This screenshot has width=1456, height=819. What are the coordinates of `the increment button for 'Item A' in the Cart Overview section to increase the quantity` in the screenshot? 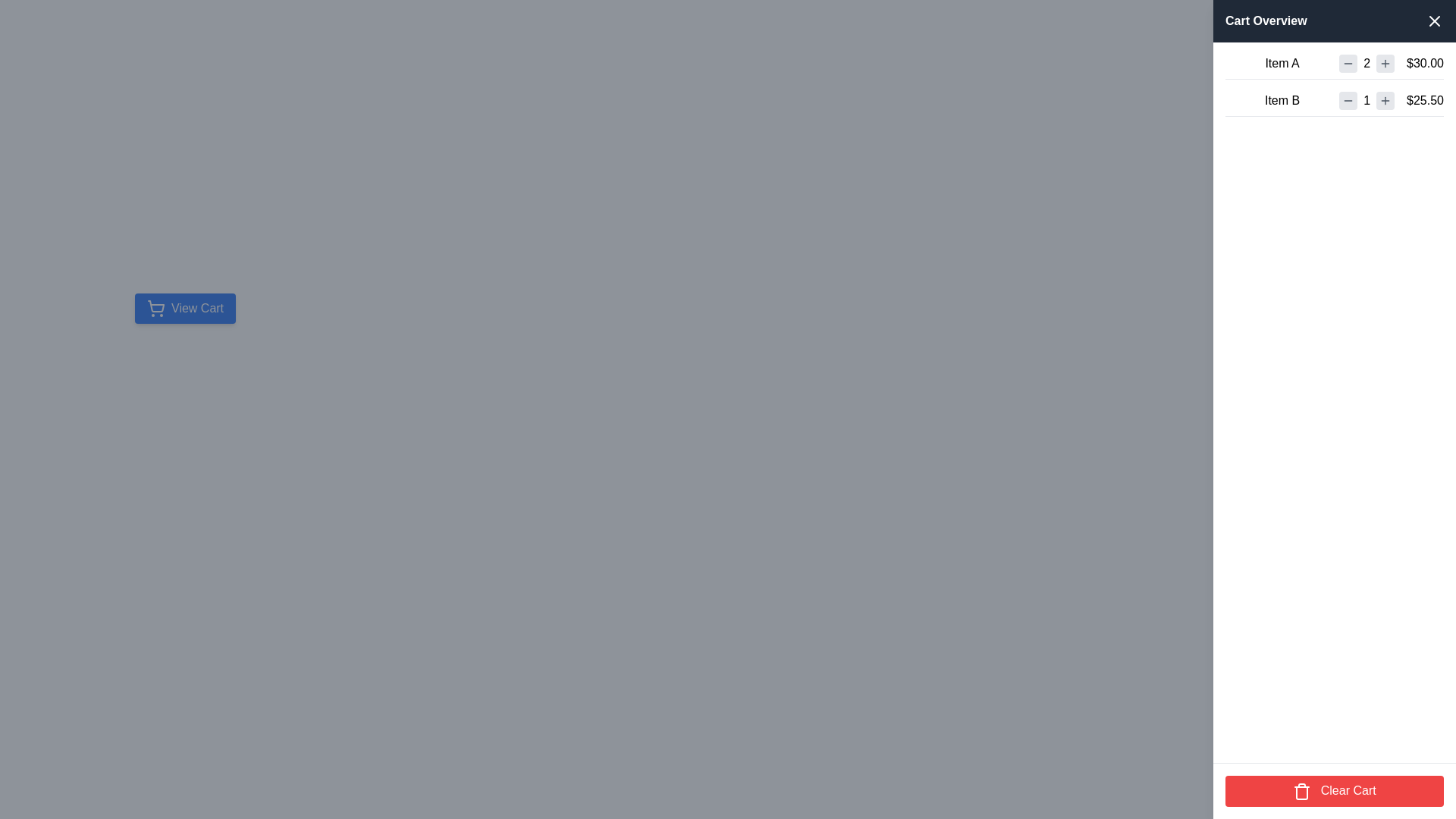 It's located at (1385, 63).